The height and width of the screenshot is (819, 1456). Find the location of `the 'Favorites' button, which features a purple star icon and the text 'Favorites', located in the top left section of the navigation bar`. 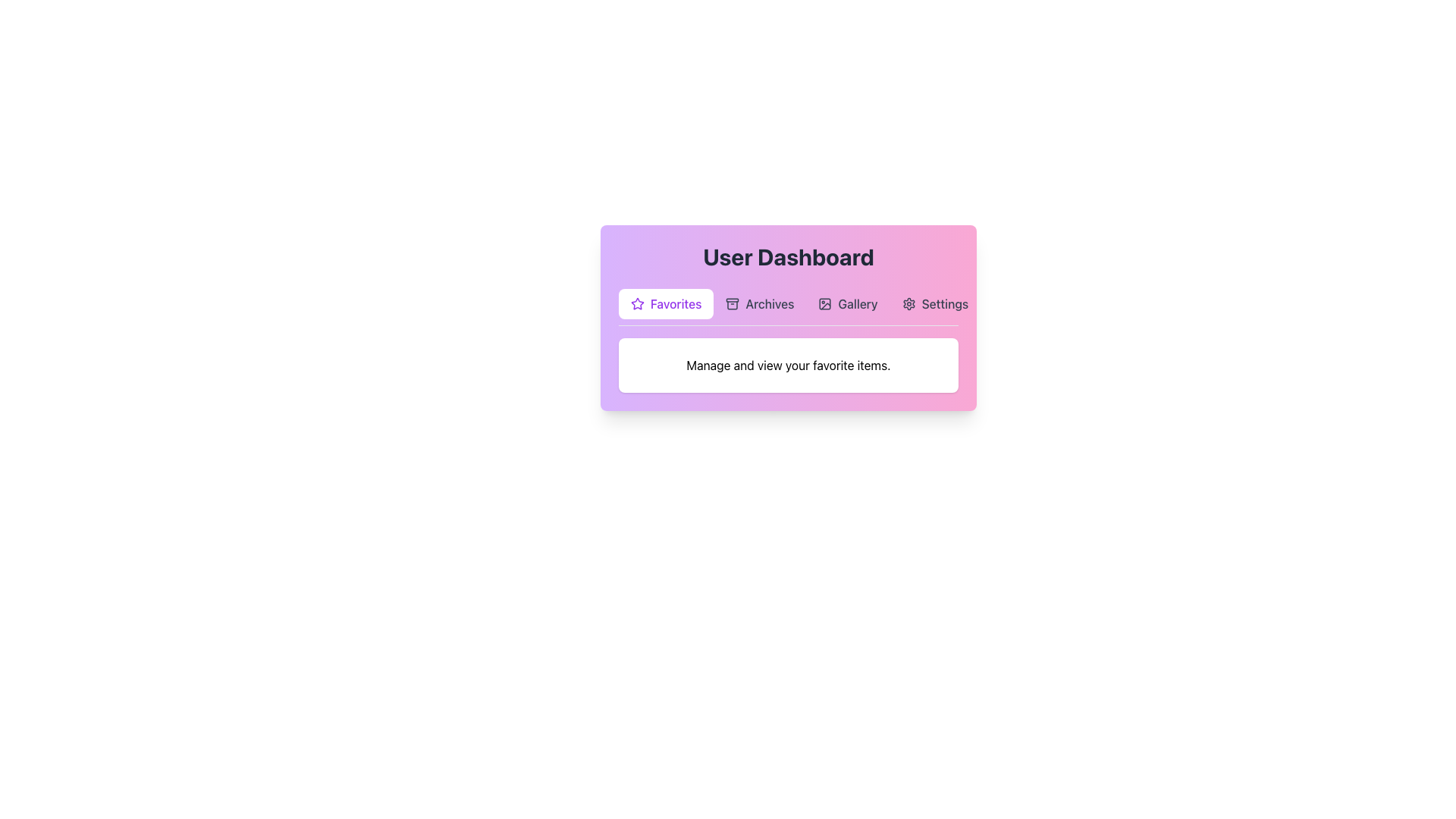

the 'Favorites' button, which features a purple star icon and the text 'Favorites', located in the top left section of the navigation bar is located at coordinates (666, 304).